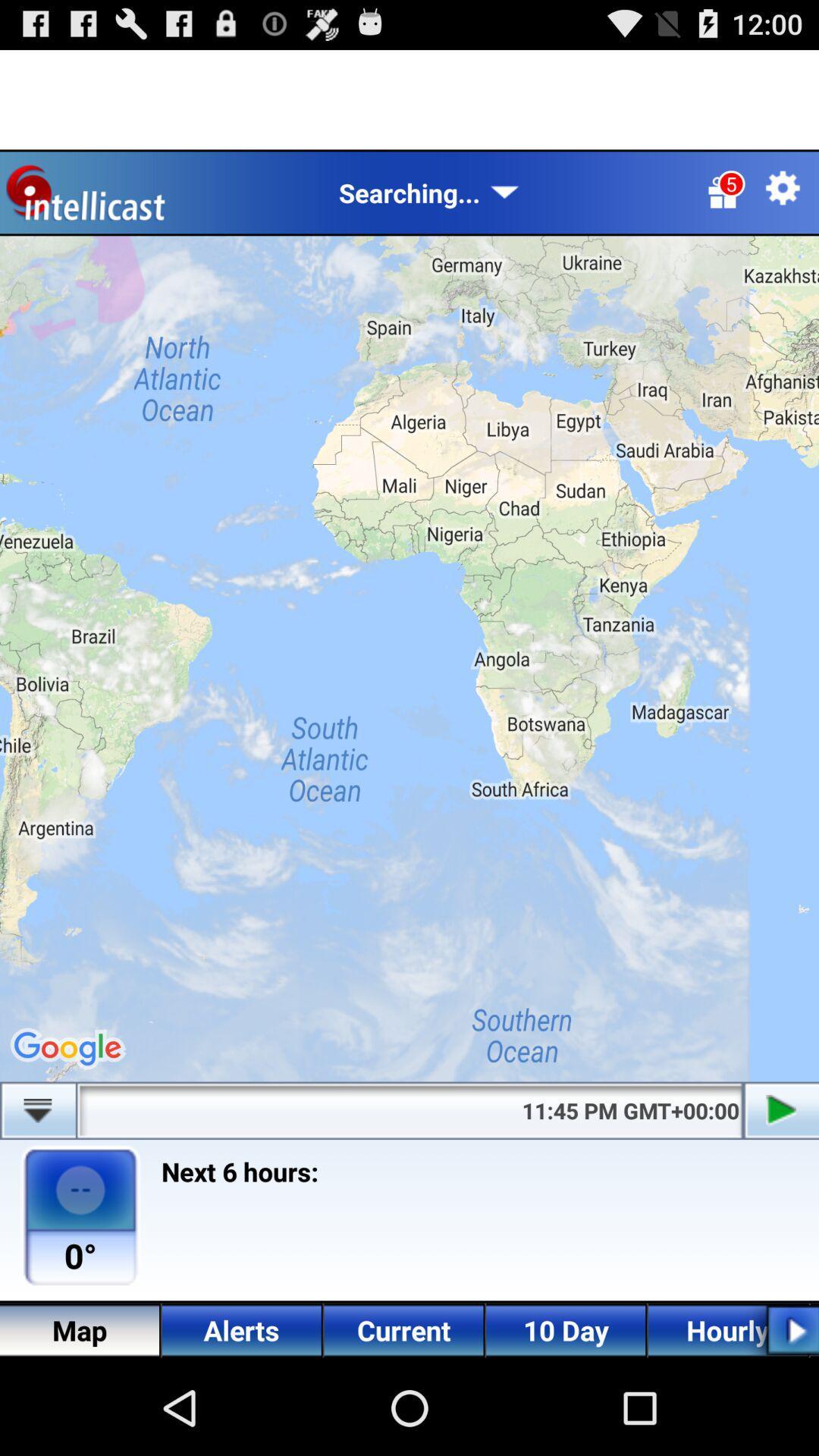 The height and width of the screenshot is (1456, 819). I want to click on the settings icon, so click(783, 200).